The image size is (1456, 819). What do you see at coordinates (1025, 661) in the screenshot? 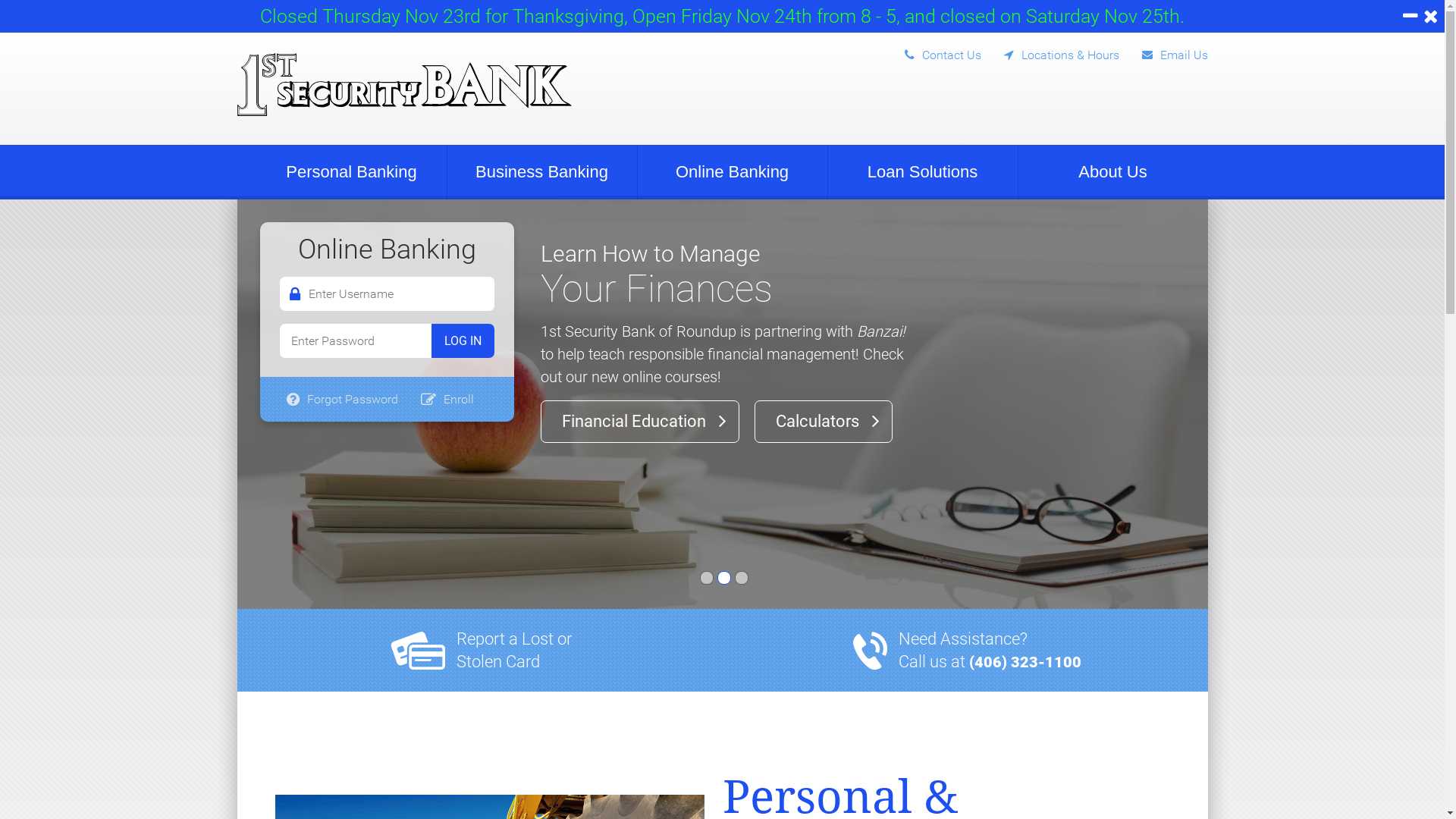
I see `'(406) 323-1100'` at bounding box center [1025, 661].